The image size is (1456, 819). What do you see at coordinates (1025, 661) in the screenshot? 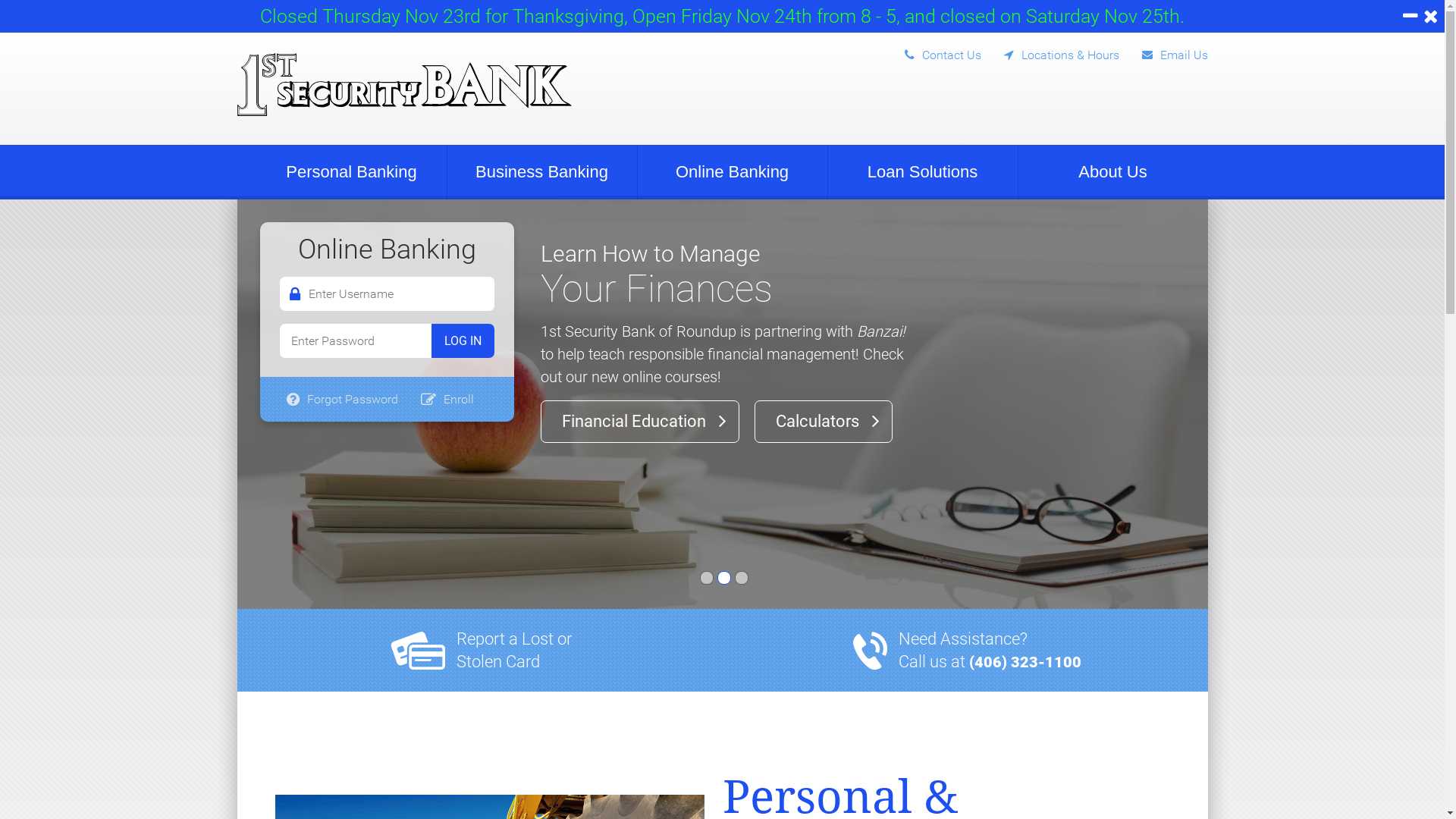
I see `'(406) 323-1100'` at bounding box center [1025, 661].